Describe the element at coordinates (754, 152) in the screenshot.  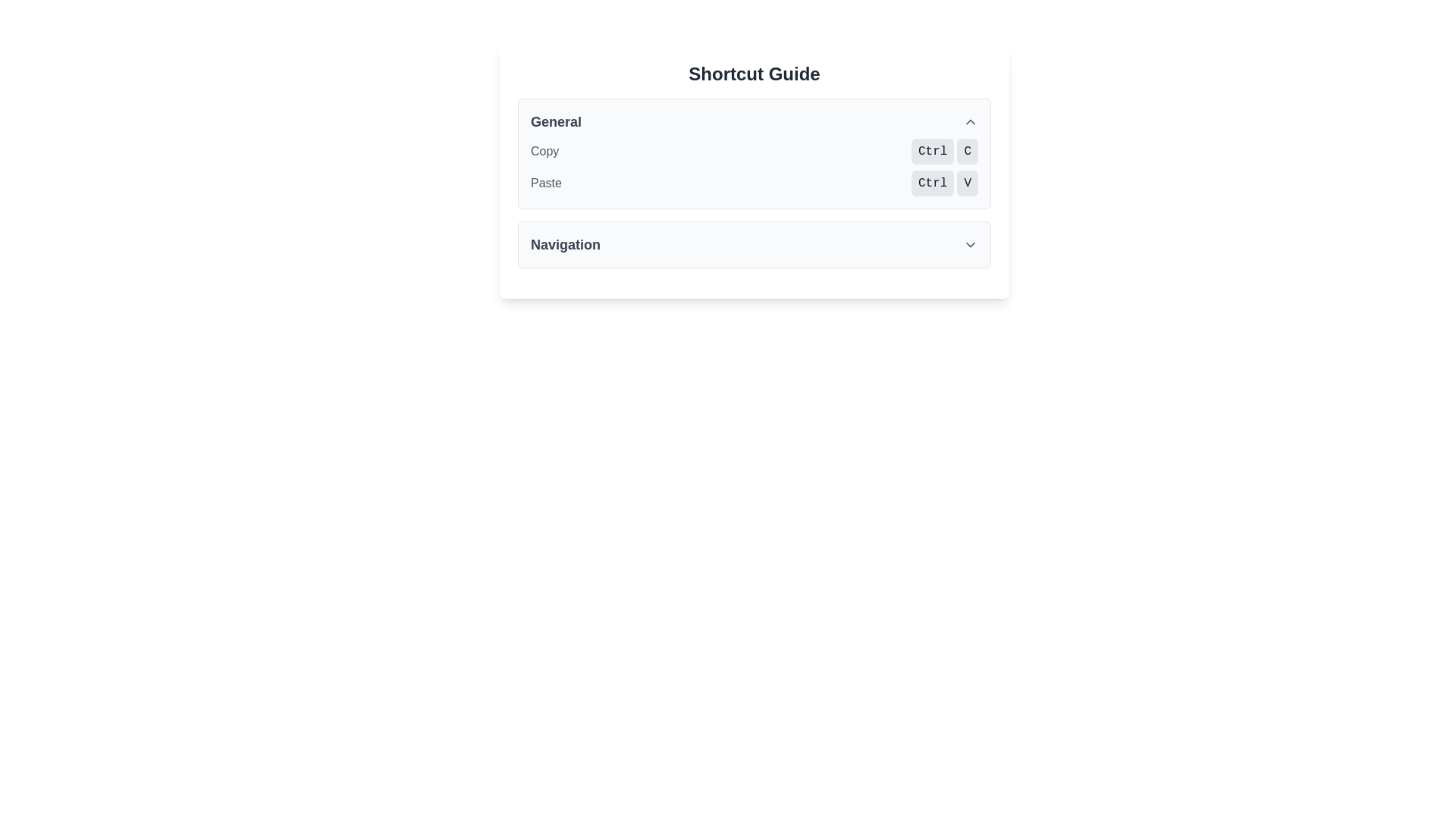
I see `the shortcut description for the Copy command, 'Ctrl C', located in the first row of the 'General' section in the Shortcut Guide interface` at that location.